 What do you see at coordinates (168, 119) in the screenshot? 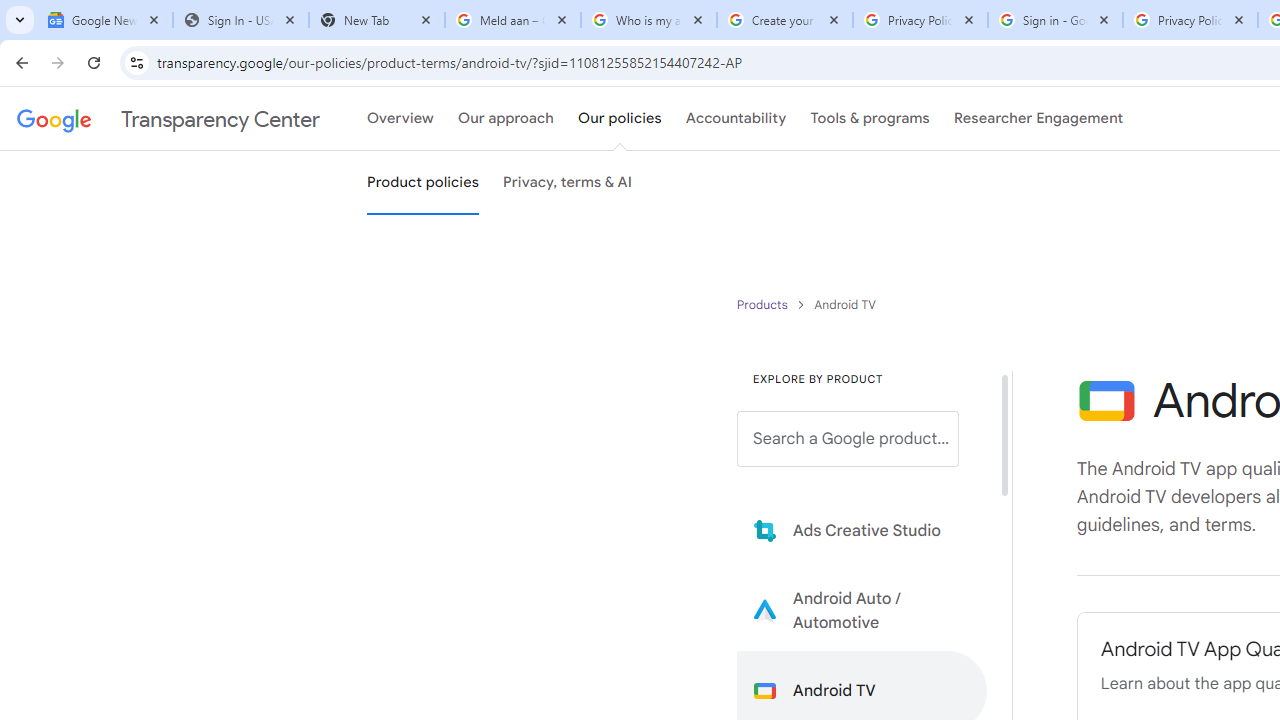
I see `'Transparency Center'` at bounding box center [168, 119].